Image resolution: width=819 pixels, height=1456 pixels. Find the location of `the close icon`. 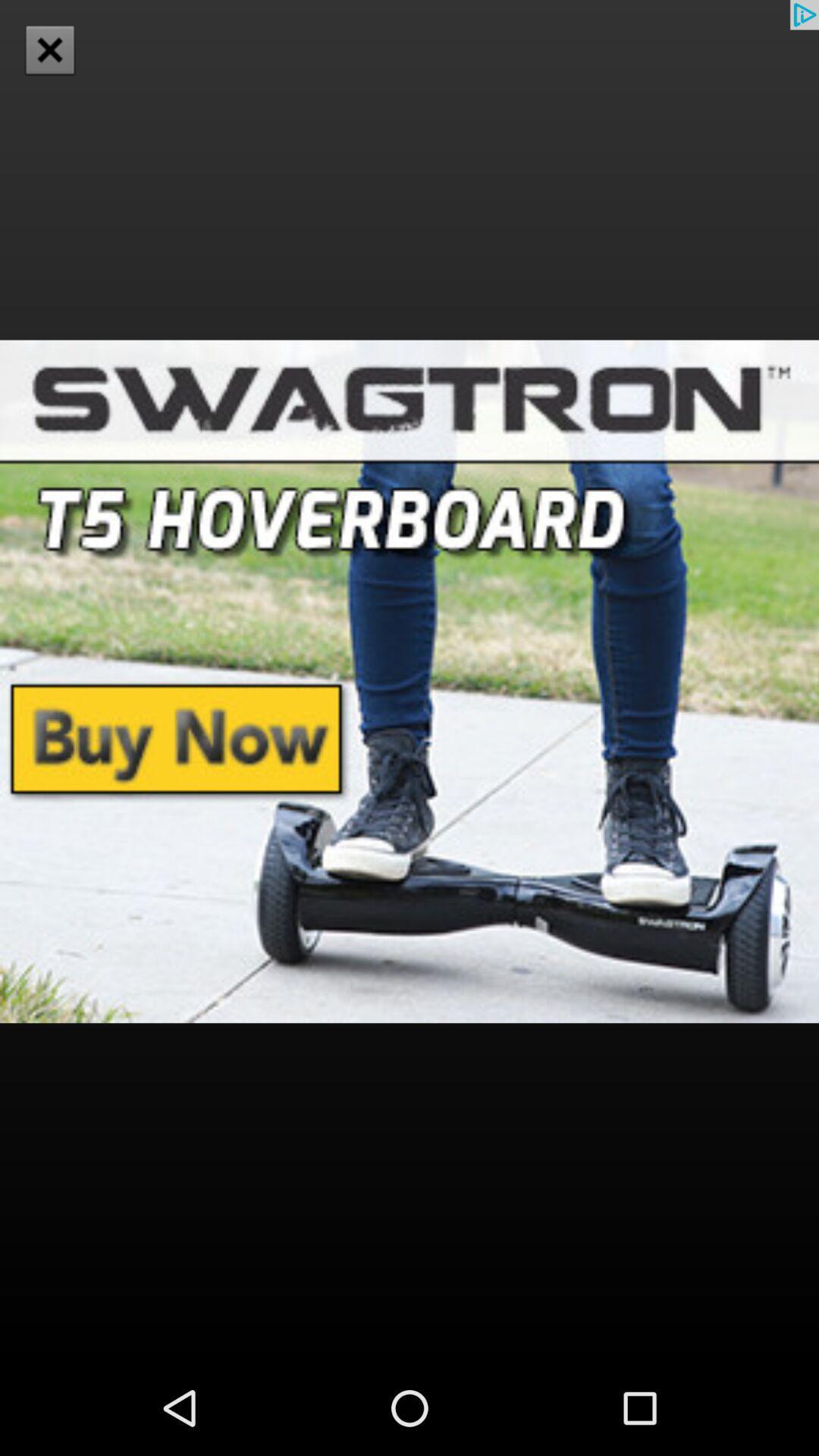

the close icon is located at coordinates (49, 53).